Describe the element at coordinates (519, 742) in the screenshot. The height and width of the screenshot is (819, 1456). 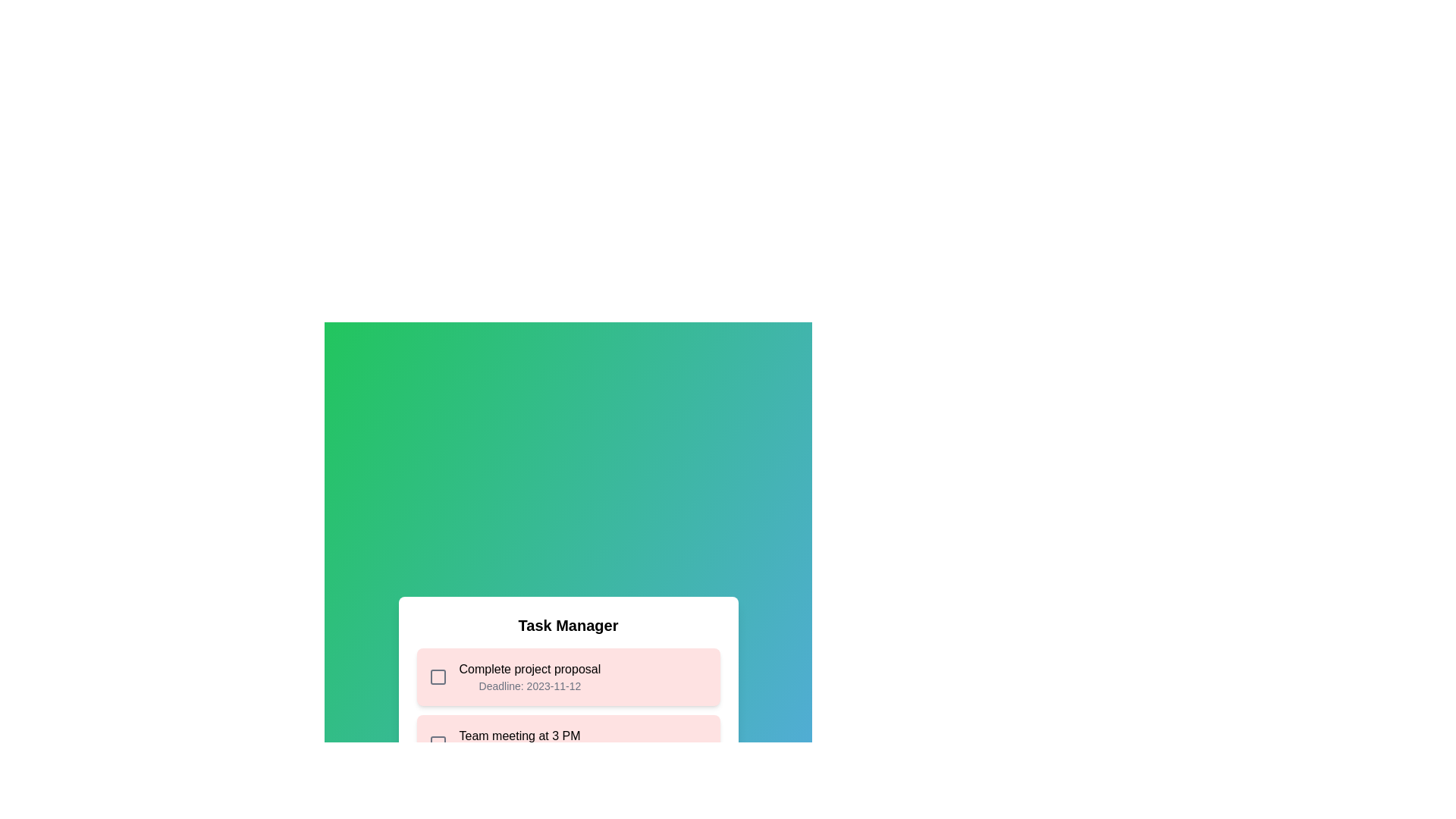
I see `the task header text label located in the second card of the task management application, positioned below the card containing 'Complete project proposal'` at that location.